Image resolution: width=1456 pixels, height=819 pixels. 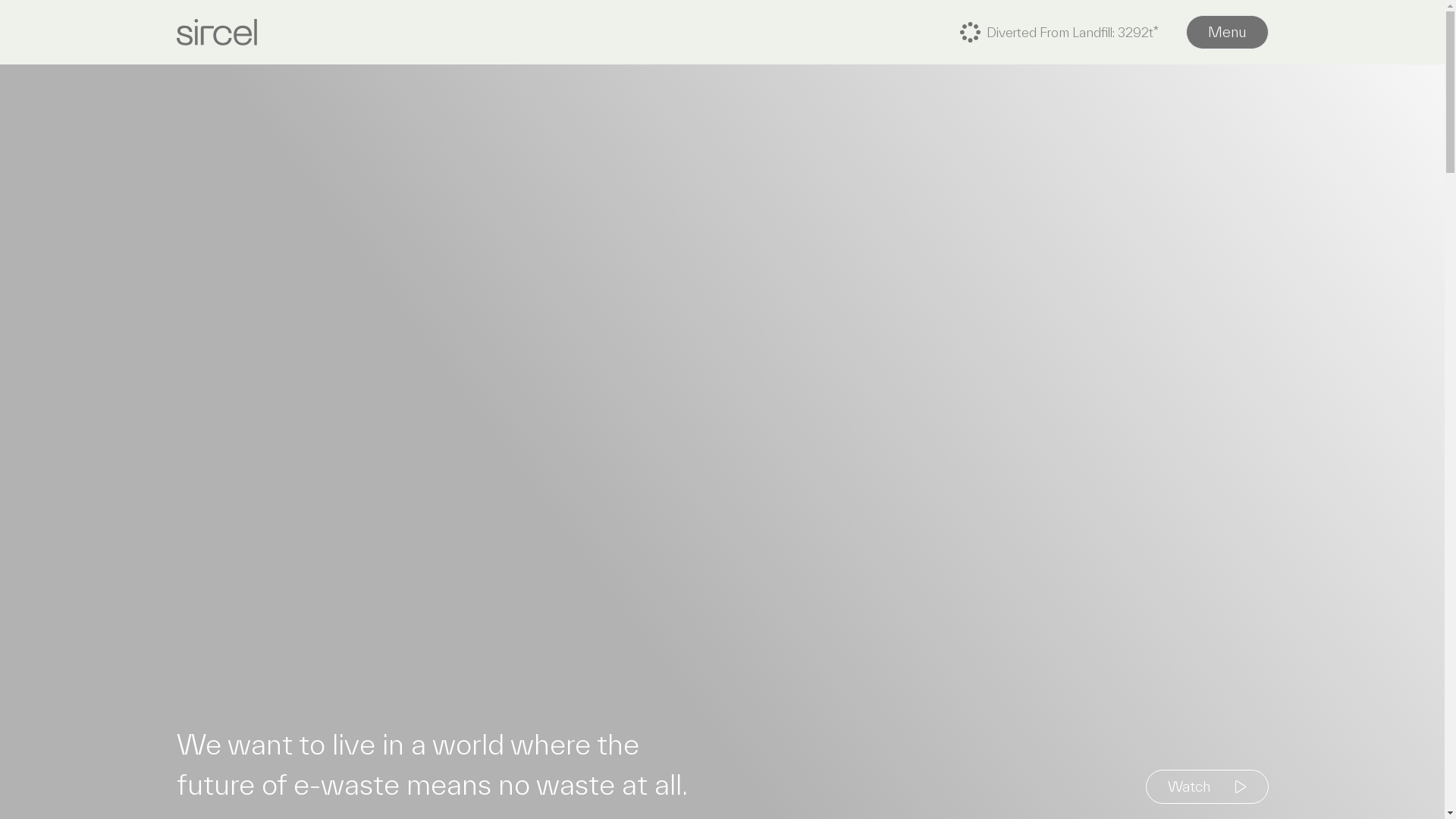 I want to click on 'Watch', so click(x=1205, y=786).